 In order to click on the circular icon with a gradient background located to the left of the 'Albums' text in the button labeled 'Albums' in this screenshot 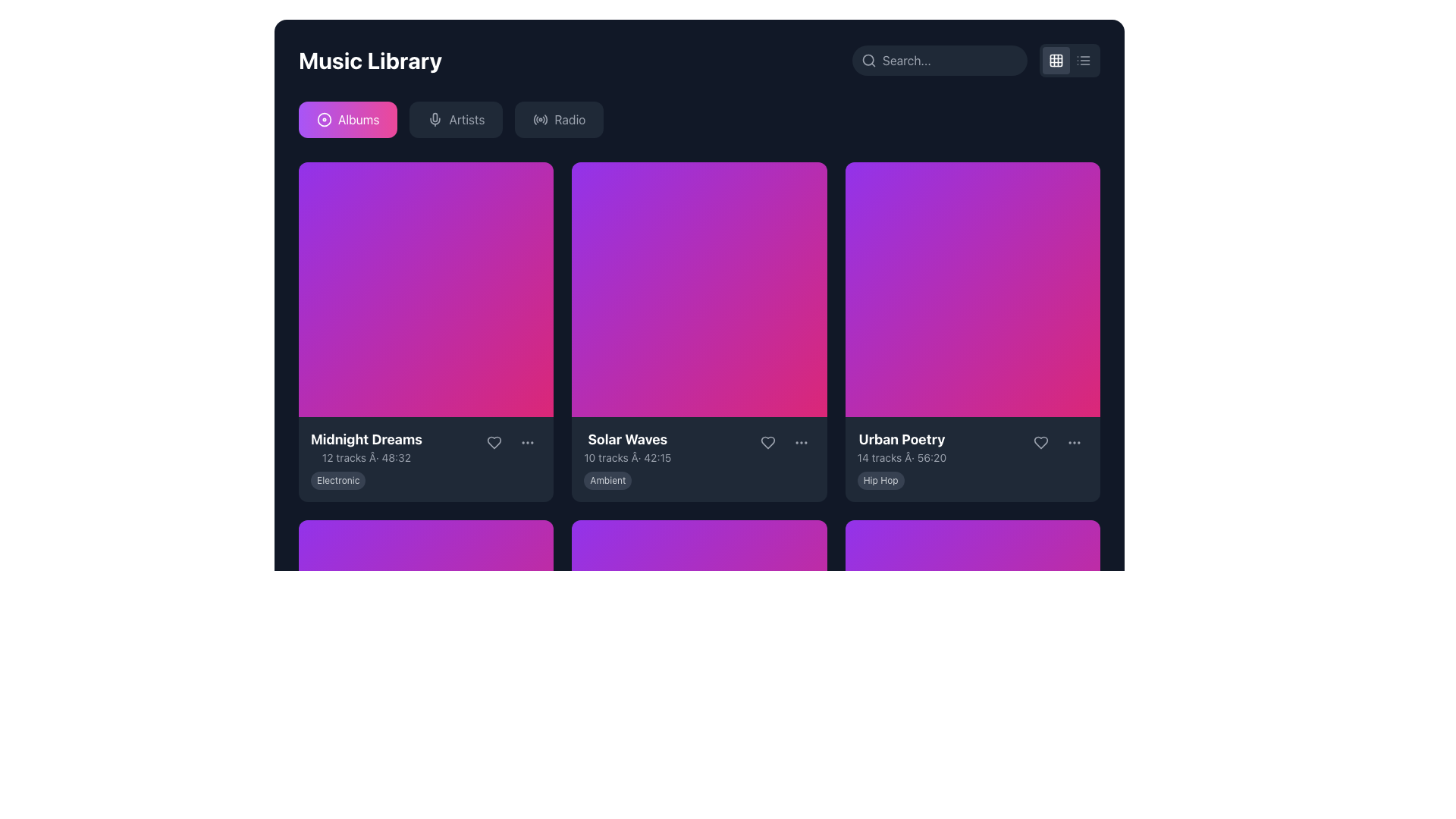, I will do `click(323, 119)`.